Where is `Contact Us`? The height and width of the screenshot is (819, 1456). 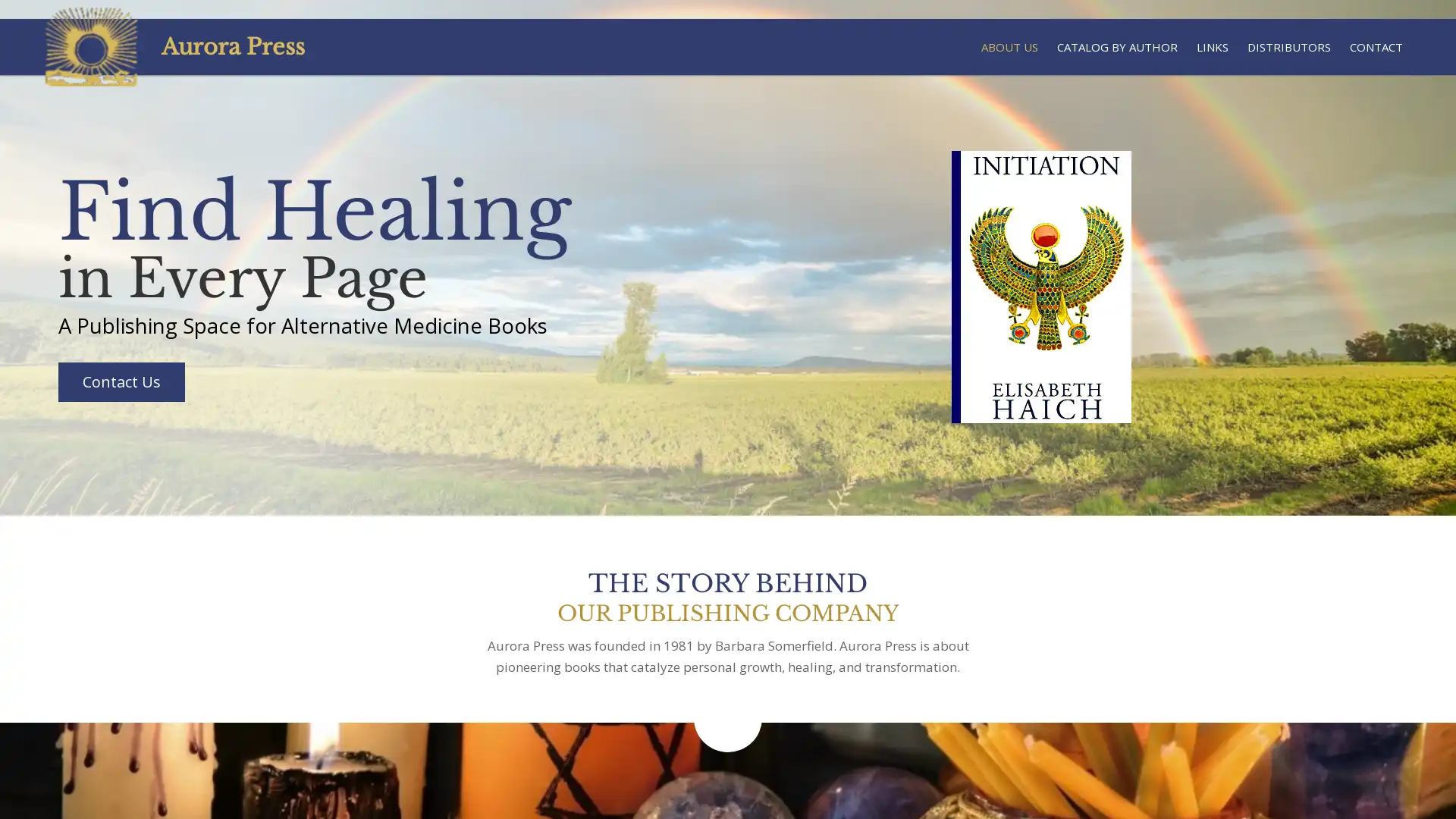
Contact Us is located at coordinates (120, 381).